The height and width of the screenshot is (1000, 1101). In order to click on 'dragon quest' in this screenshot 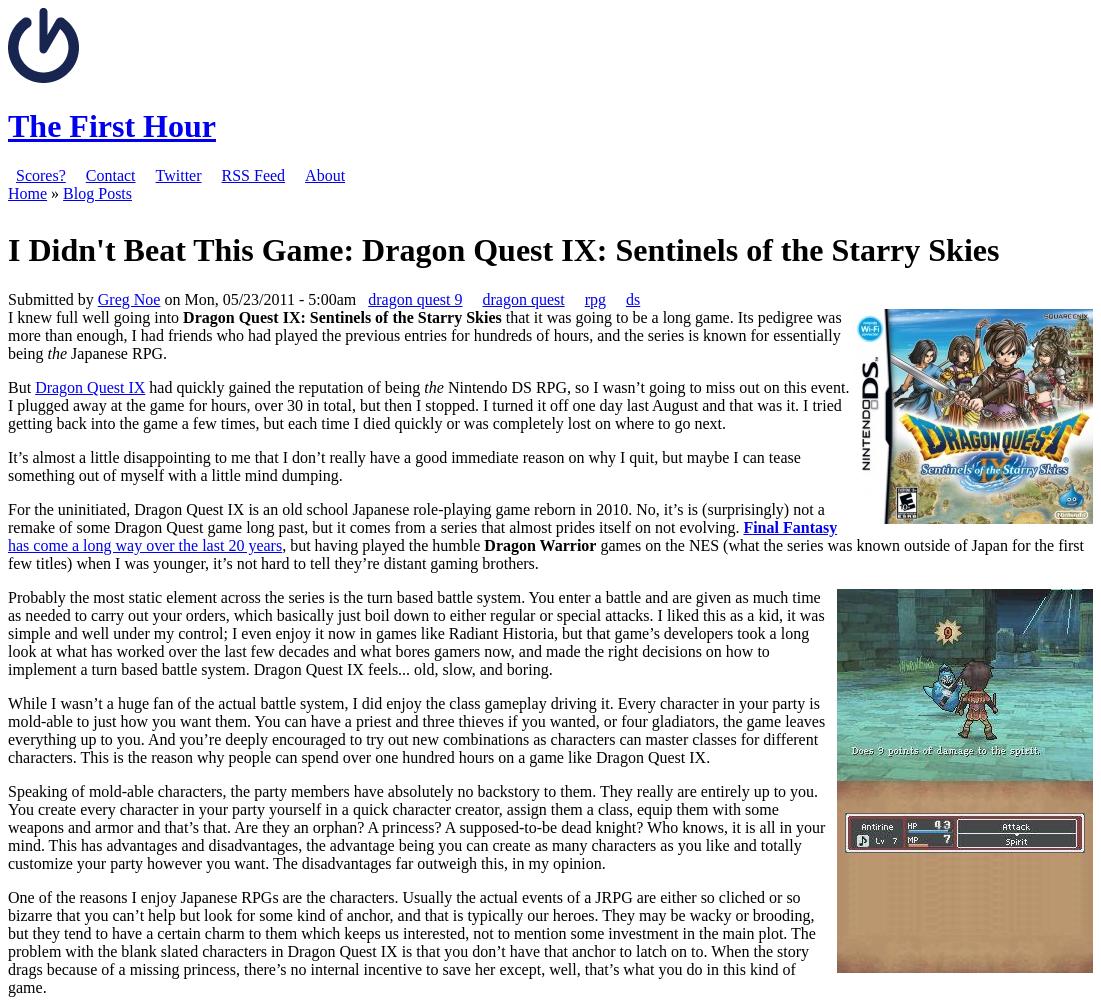, I will do `click(521, 298)`.